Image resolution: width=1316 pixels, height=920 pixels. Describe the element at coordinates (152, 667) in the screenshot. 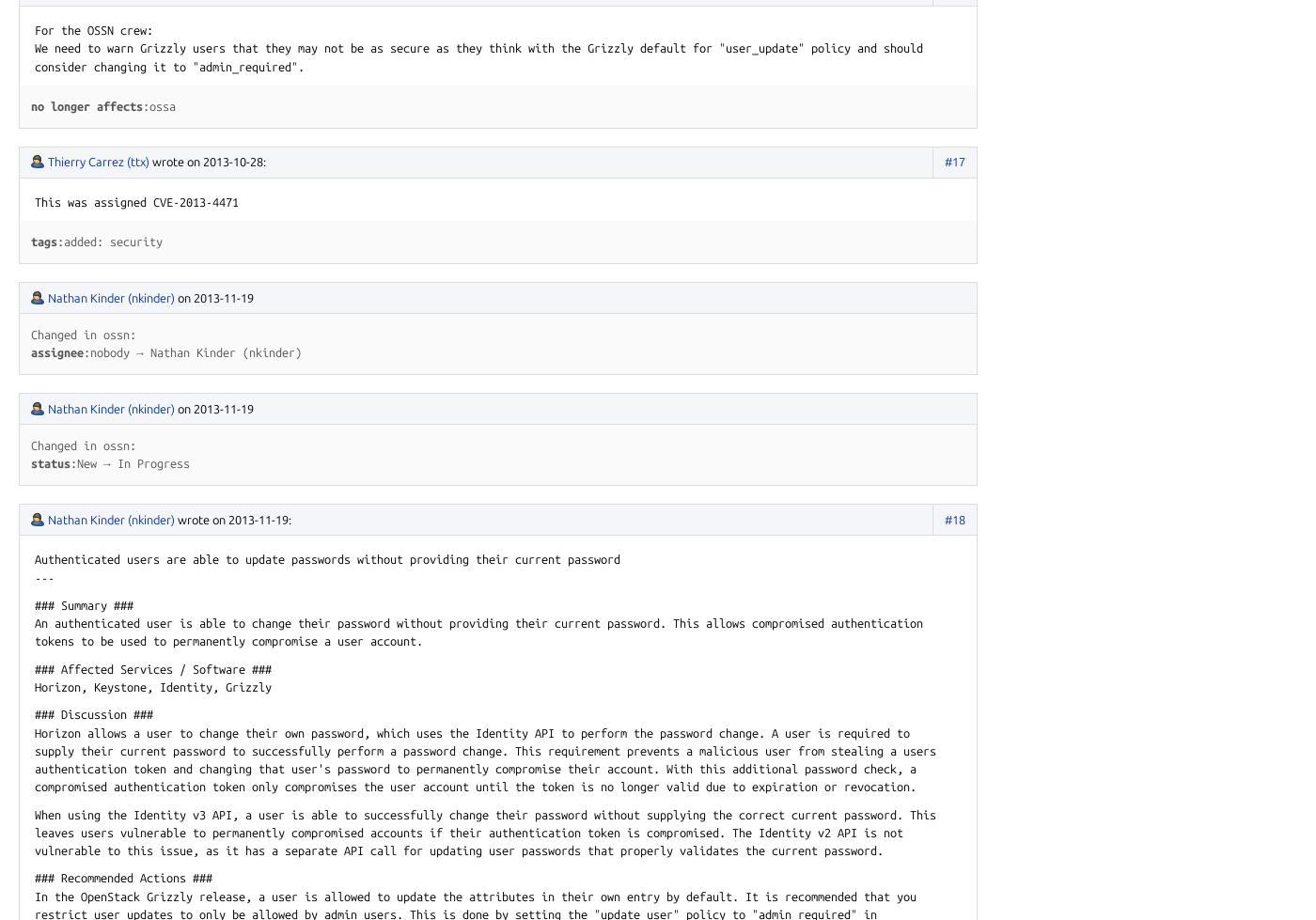

I see `'### Affected Services / Software ###'` at that location.